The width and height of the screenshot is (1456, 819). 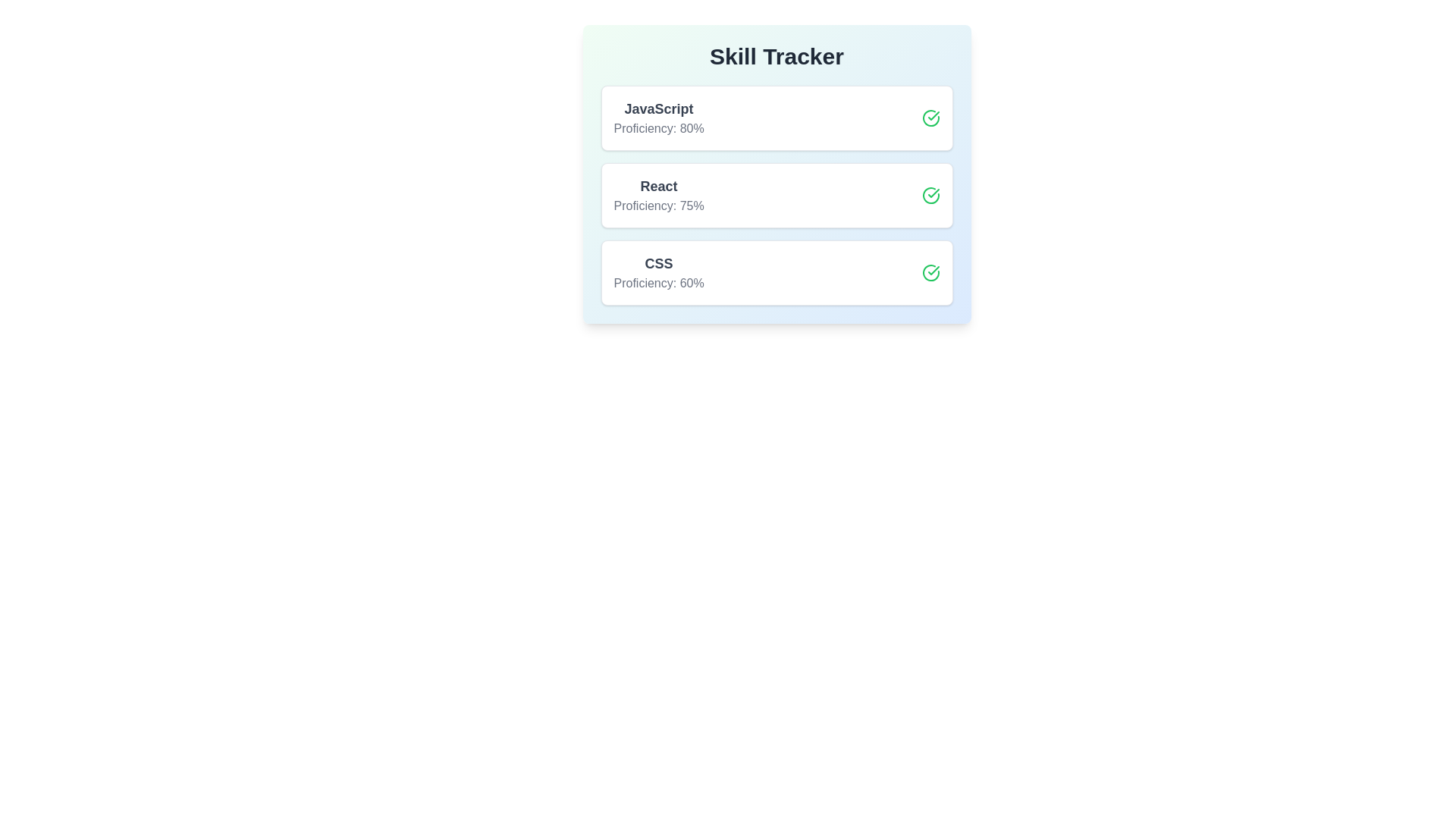 What do you see at coordinates (930, 271) in the screenshot?
I see `toggle button for the skill CSS to enhance or reduce its proficiency` at bounding box center [930, 271].